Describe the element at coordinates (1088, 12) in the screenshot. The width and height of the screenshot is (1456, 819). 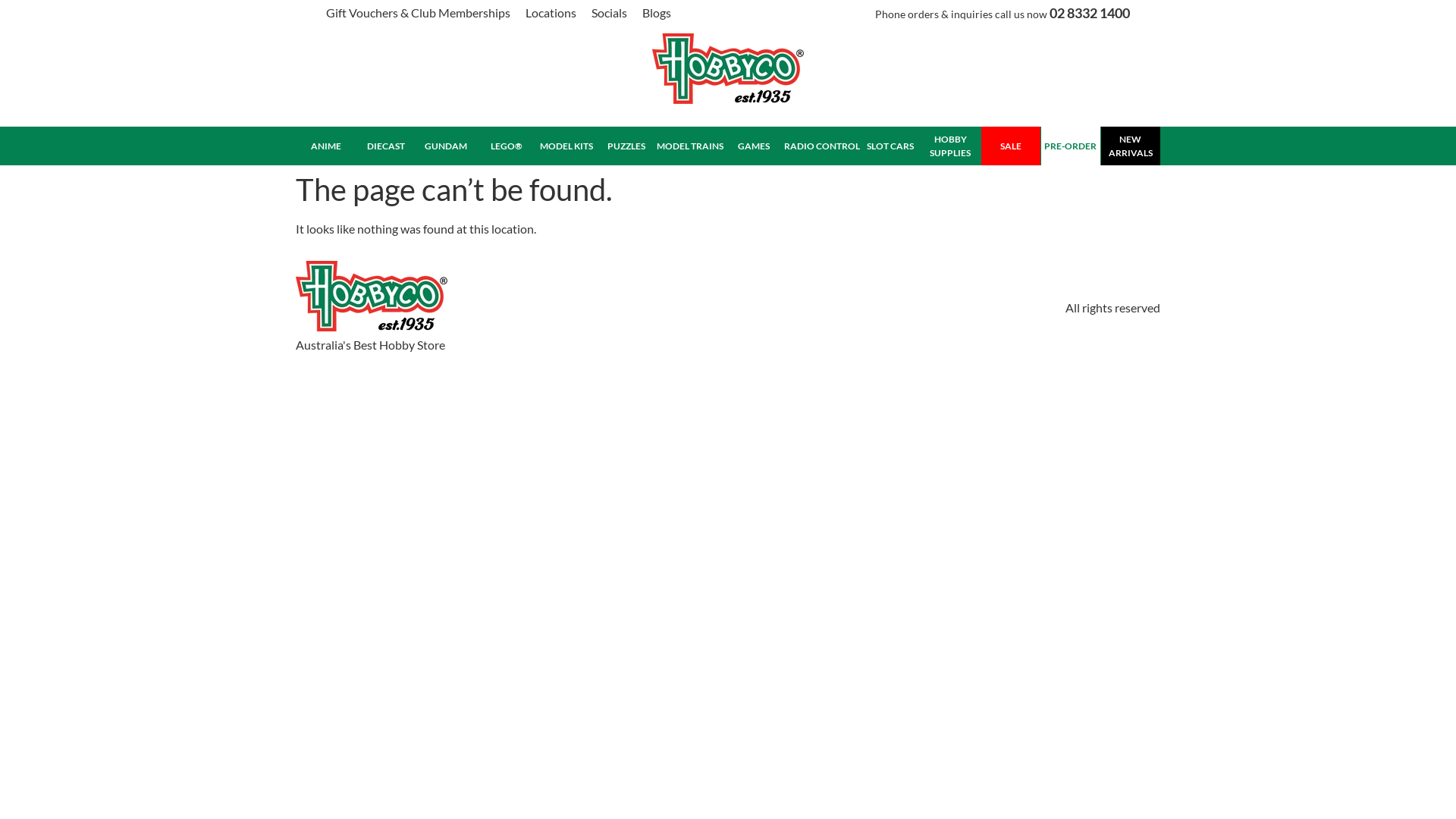
I see `'02 8332 1400'` at that location.